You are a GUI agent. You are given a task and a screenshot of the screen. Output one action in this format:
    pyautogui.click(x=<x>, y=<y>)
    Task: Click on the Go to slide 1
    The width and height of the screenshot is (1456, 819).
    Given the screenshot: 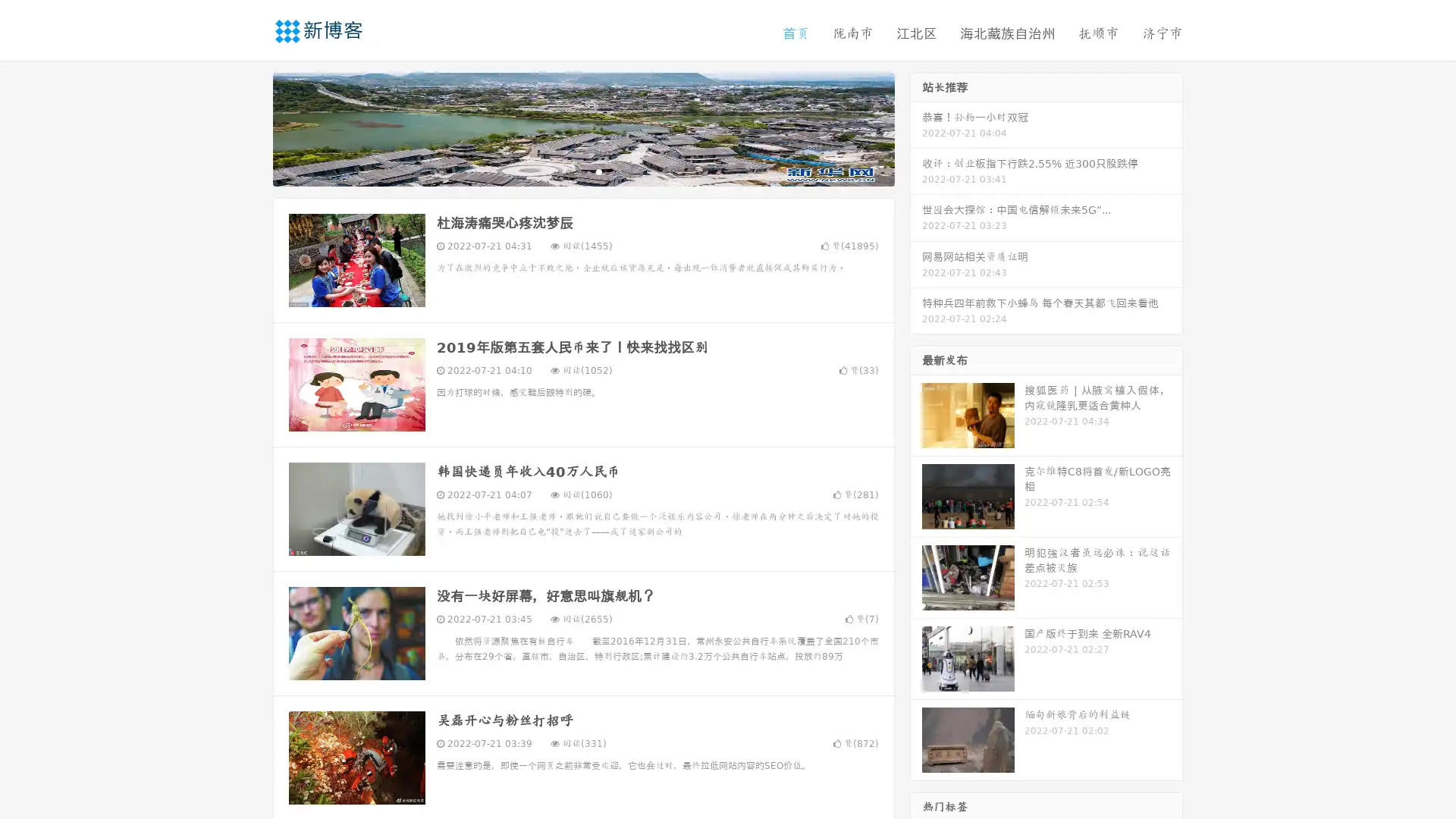 What is the action you would take?
    pyautogui.click(x=567, y=171)
    